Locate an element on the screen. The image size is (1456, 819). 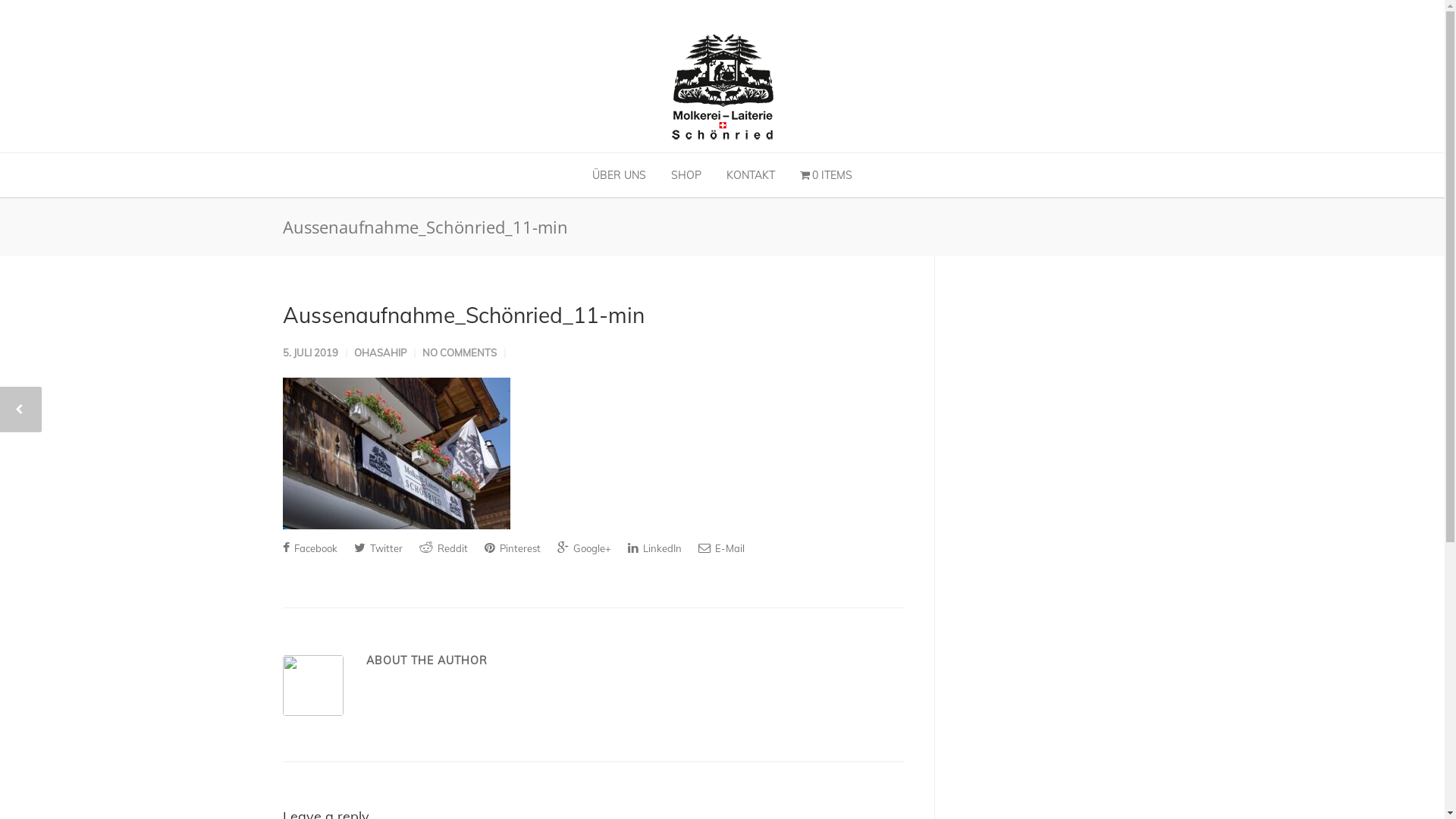
'Google+' is located at coordinates (582, 548).